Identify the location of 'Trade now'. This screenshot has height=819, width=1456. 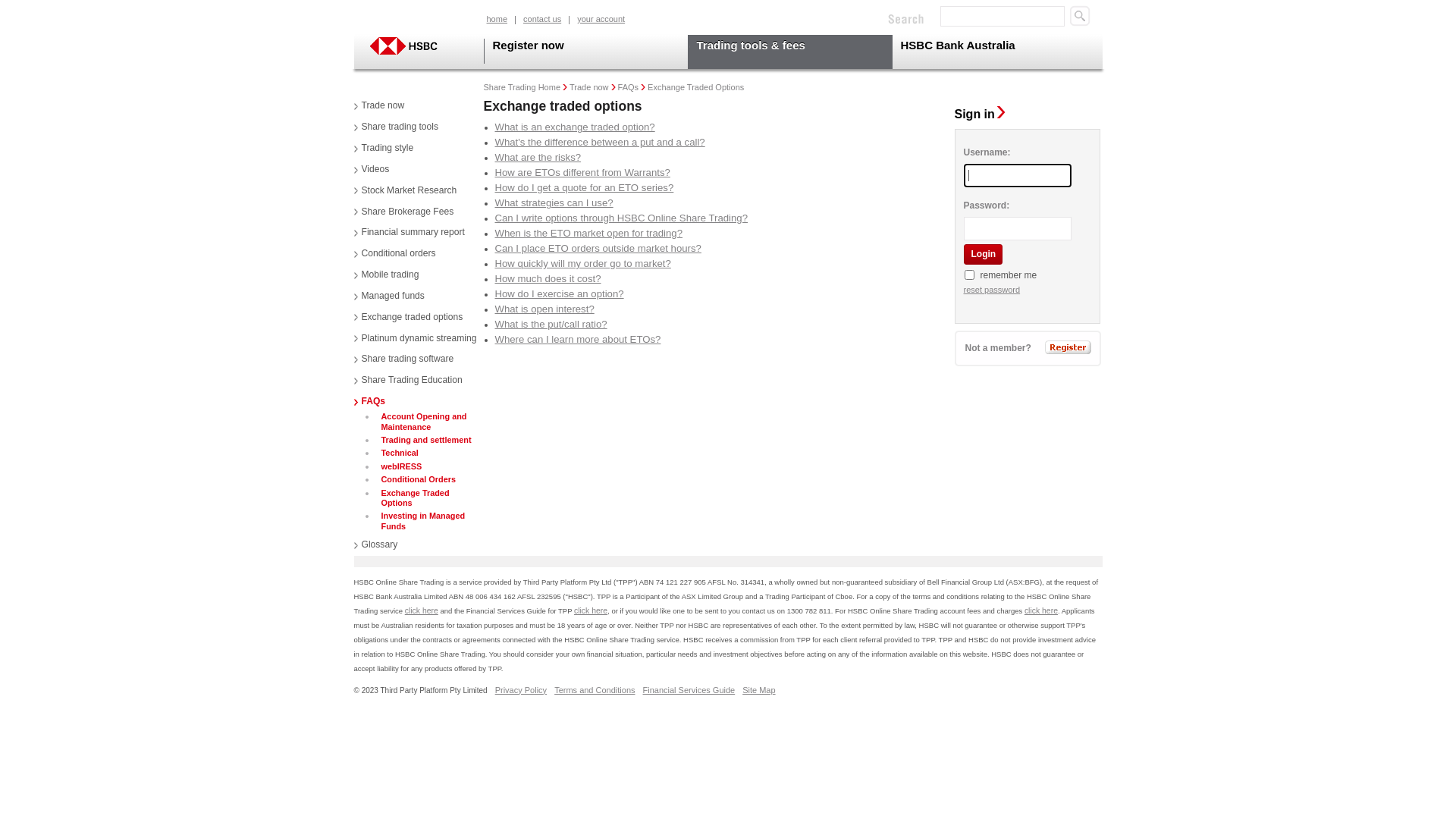
(568, 87).